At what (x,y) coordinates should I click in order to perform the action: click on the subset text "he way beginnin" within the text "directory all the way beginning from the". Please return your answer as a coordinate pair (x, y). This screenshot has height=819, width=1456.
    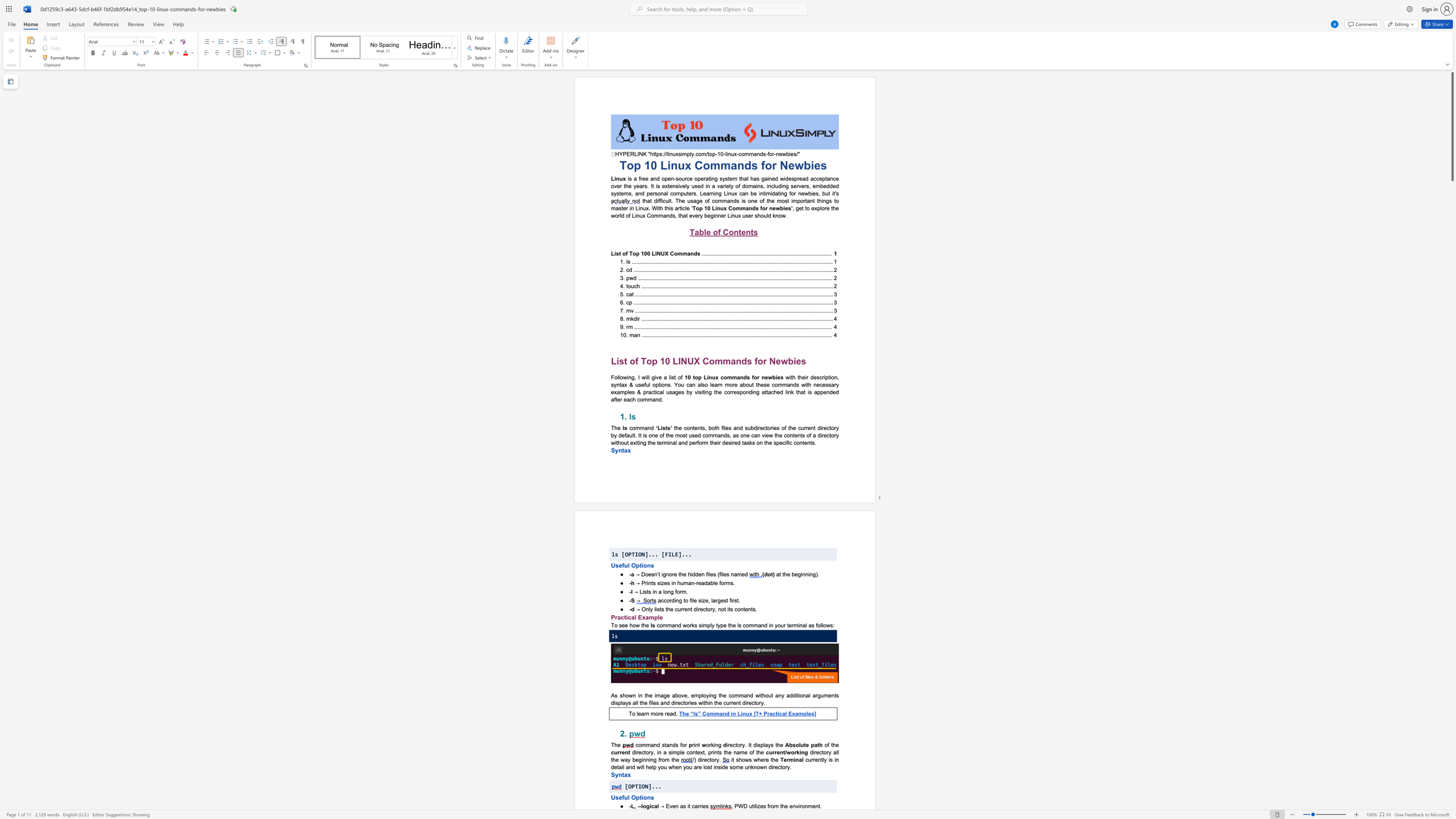
    Looking at the image, I should click on (612, 759).